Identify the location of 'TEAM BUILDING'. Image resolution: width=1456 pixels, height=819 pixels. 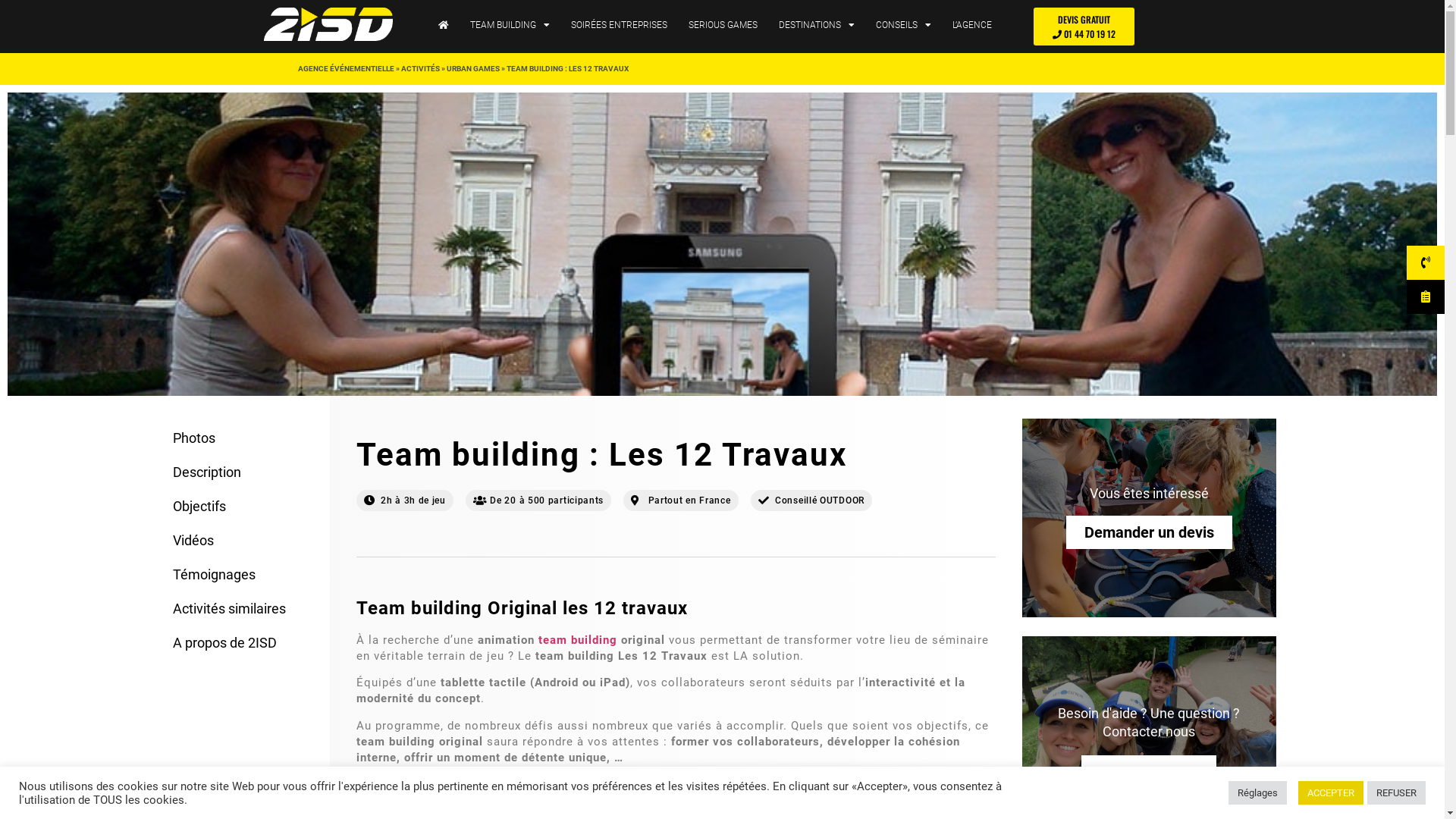
(510, 25).